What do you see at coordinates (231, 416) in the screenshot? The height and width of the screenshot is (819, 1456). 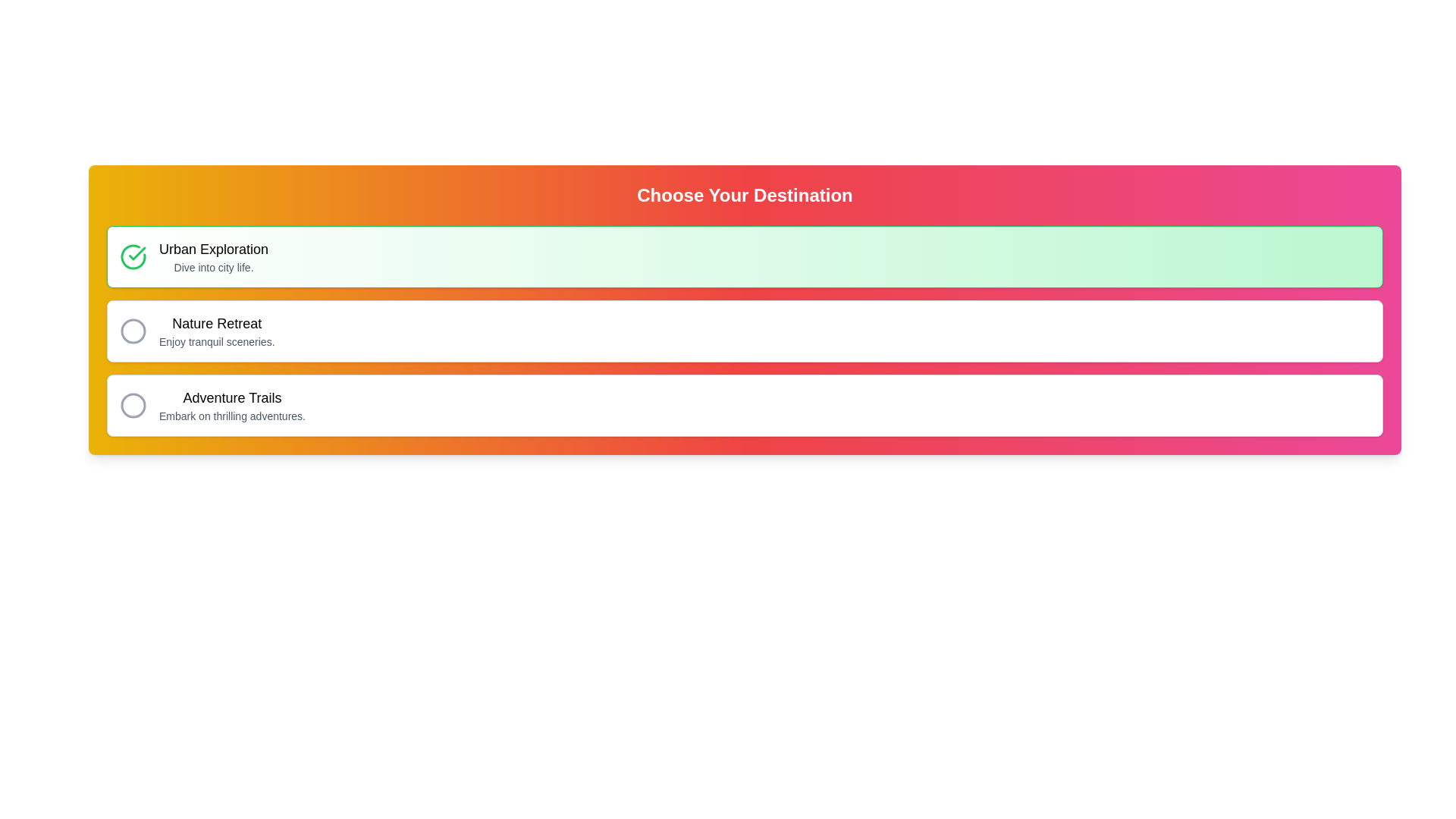 I see `the text label that provides additional details about the 'Adventure Trails' option, located in the third box of the list, centered below the main title` at bounding box center [231, 416].